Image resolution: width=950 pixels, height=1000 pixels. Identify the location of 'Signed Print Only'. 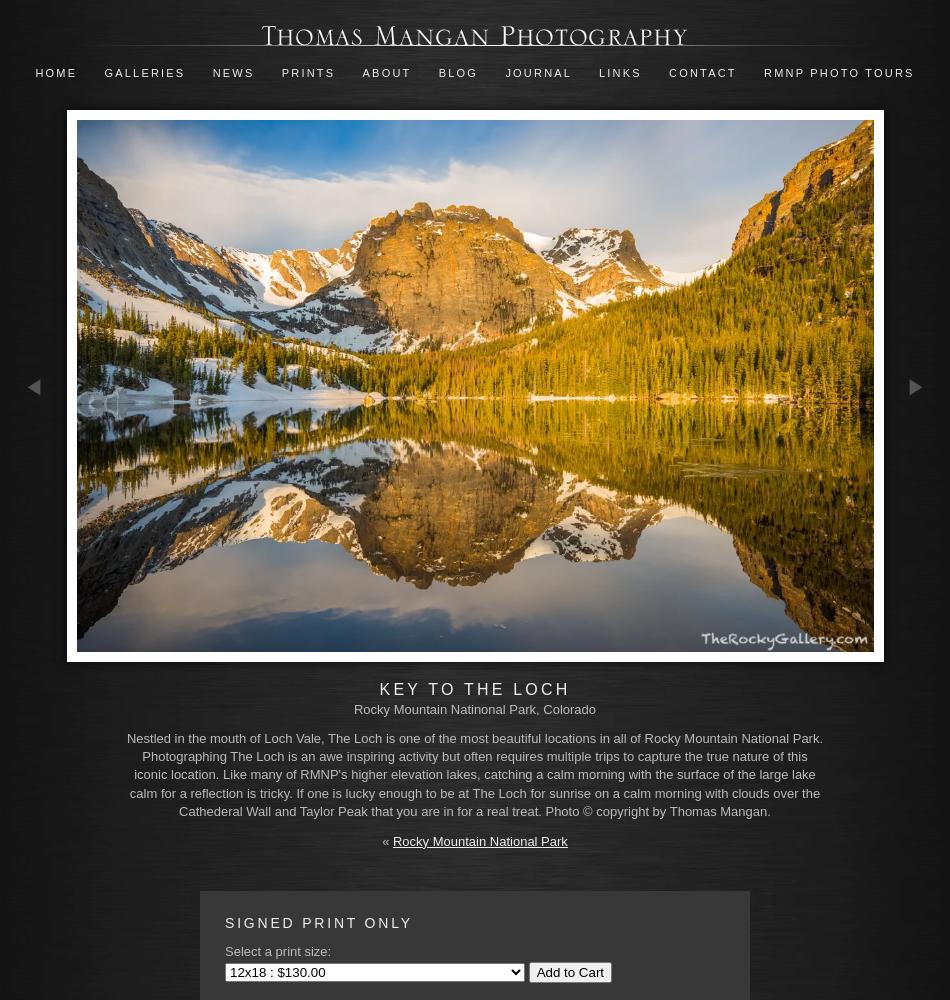
(317, 923).